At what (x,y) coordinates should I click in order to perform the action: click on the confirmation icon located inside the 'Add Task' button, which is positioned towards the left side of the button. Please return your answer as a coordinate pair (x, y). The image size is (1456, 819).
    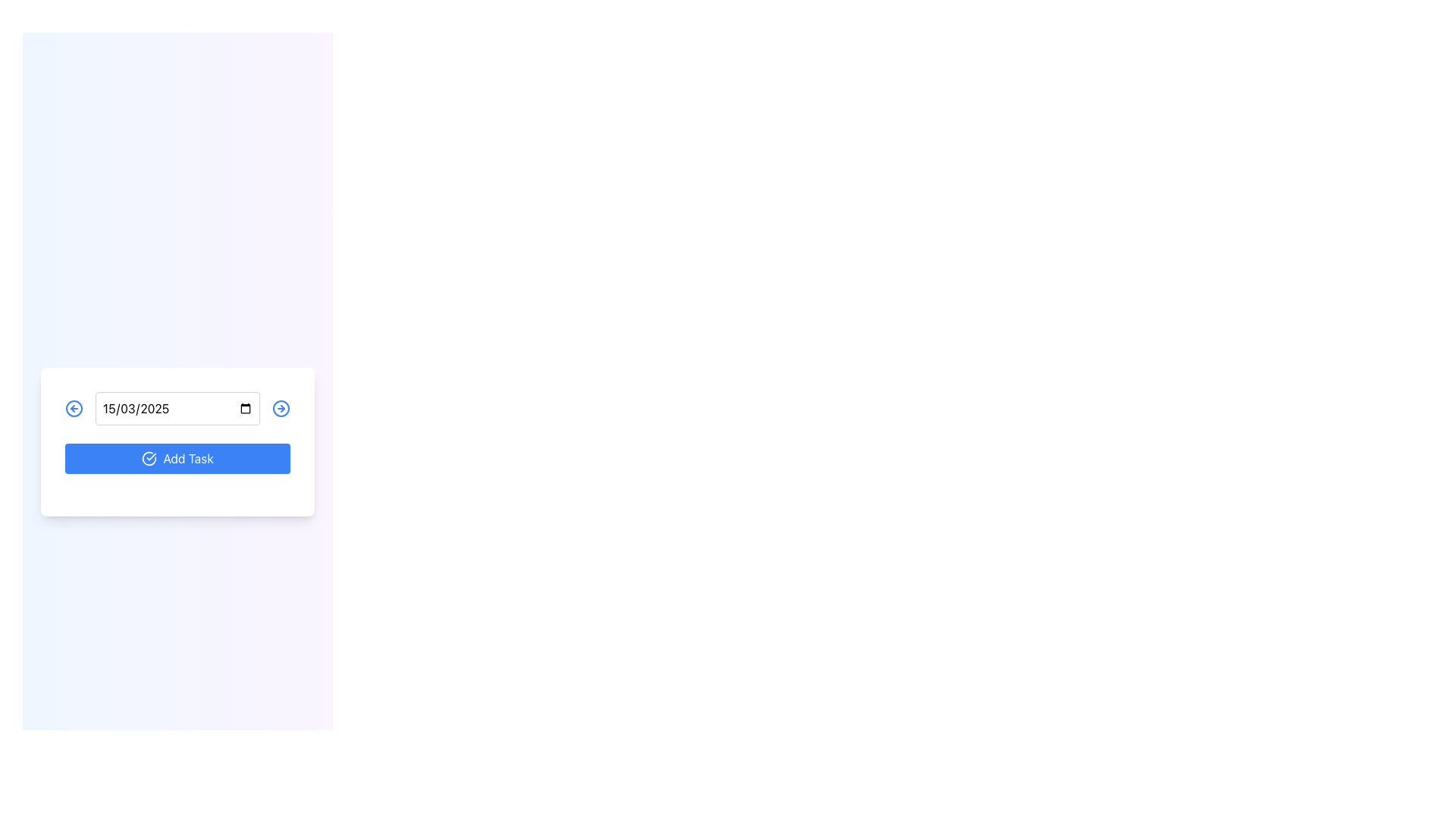
    Looking at the image, I should click on (149, 458).